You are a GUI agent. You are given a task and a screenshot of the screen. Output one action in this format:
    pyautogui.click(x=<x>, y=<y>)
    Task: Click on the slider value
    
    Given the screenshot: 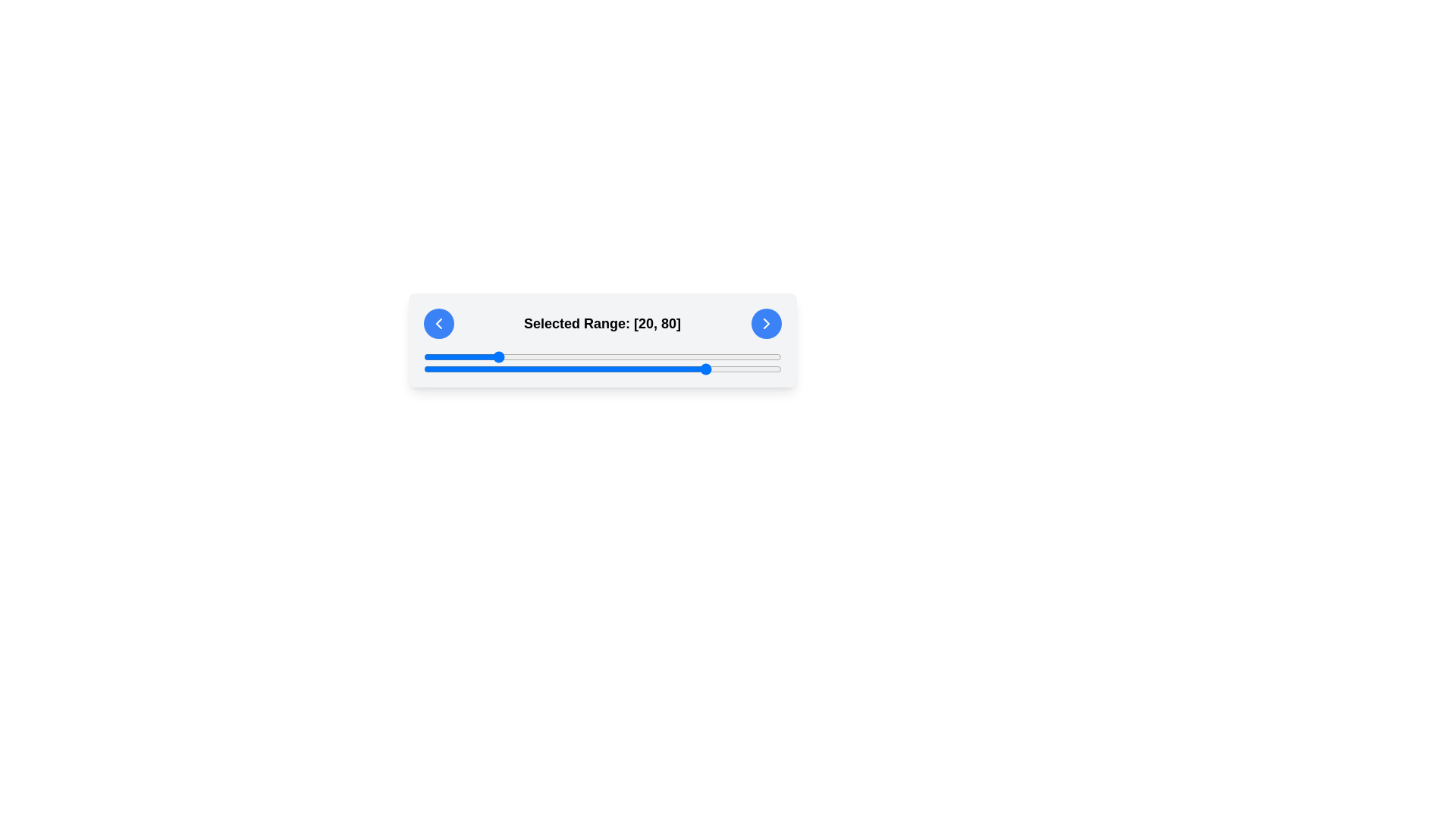 What is the action you would take?
    pyautogui.click(x=583, y=356)
    